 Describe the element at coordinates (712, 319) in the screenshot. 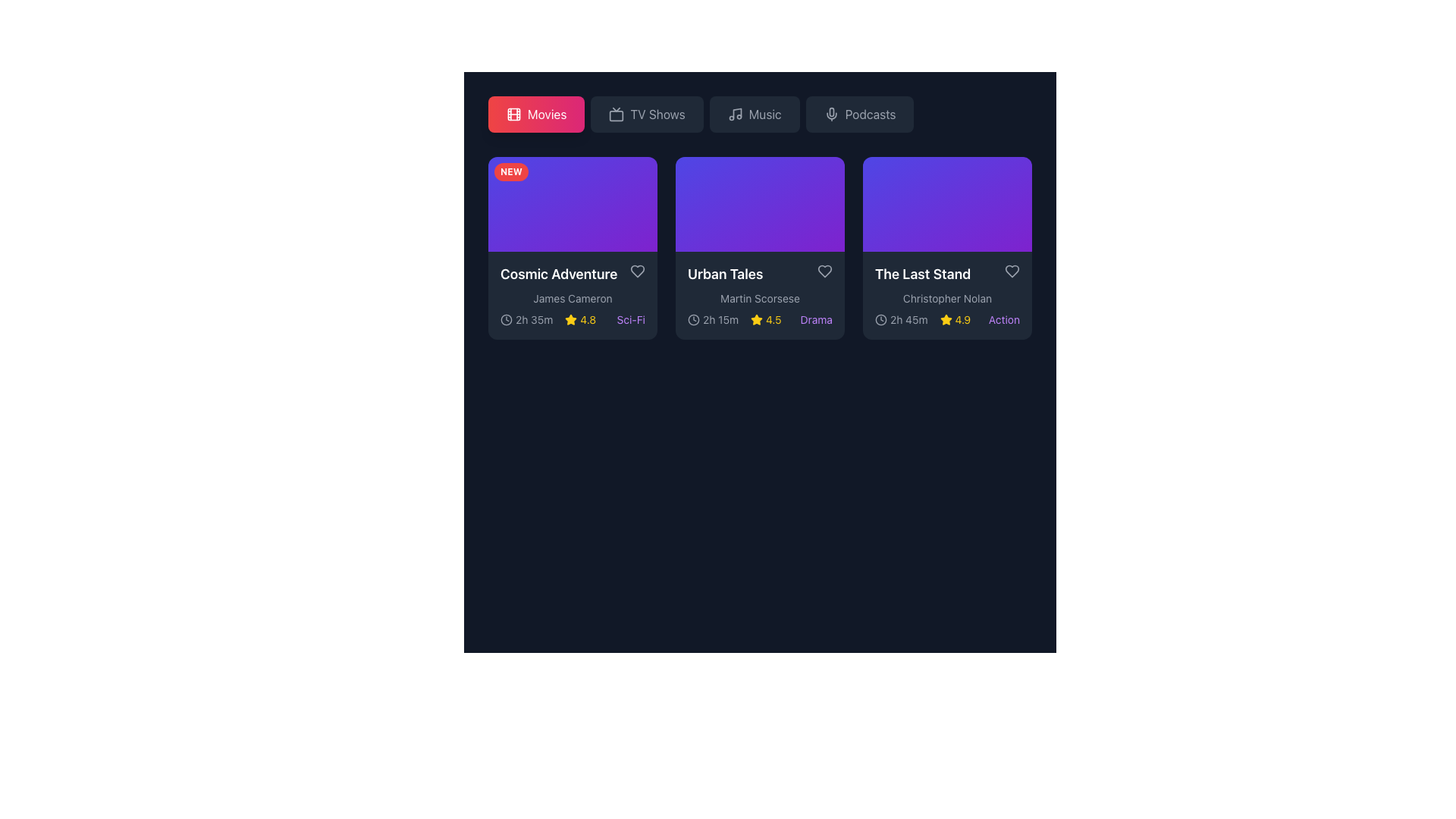

I see `the static text label displaying the movie duration '2h 15m' with an adjacent clock icon, located in the middle card under the 'Movies' tab, below the title 'Urban Tales' and above the rating '4.5'` at that location.